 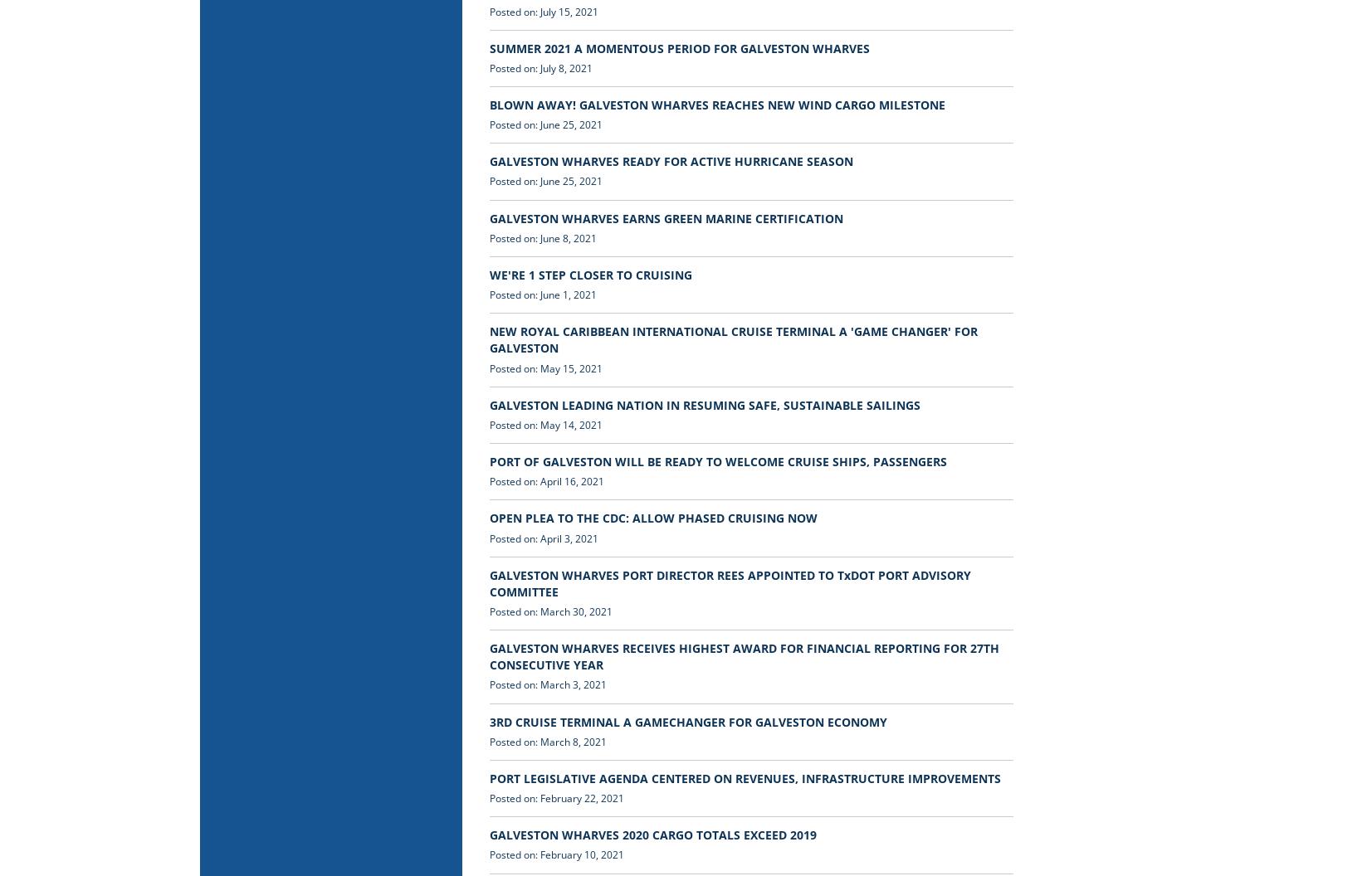 What do you see at coordinates (705, 403) in the screenshot?
I see `'GALVESTON LEADING NATION IN RESUMING SAFE, SUSTAINABLE SAILINGS'` at bounding box center [705, 403].